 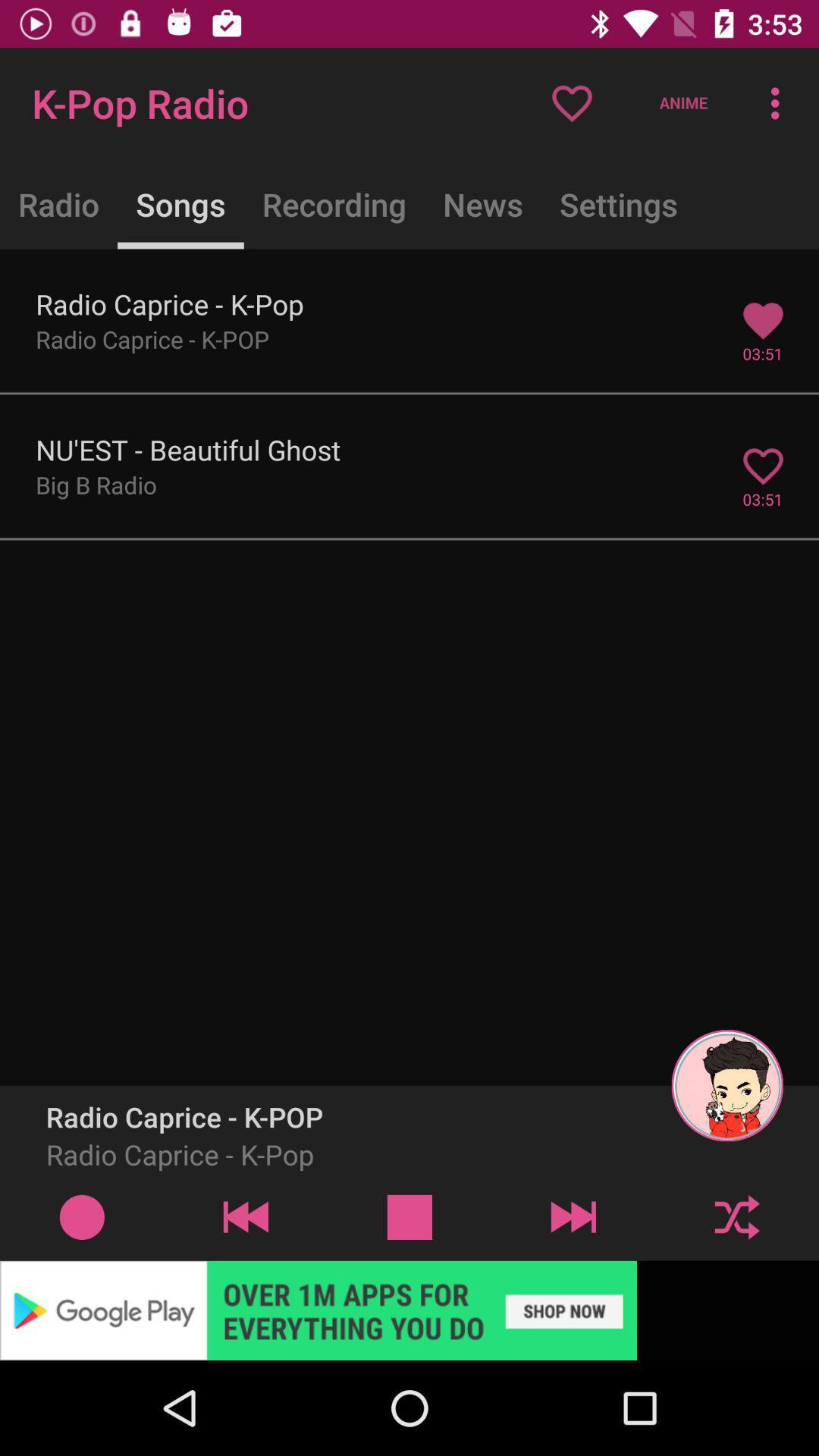 I want to click on radio caprice, so click(x=82, y=1216).